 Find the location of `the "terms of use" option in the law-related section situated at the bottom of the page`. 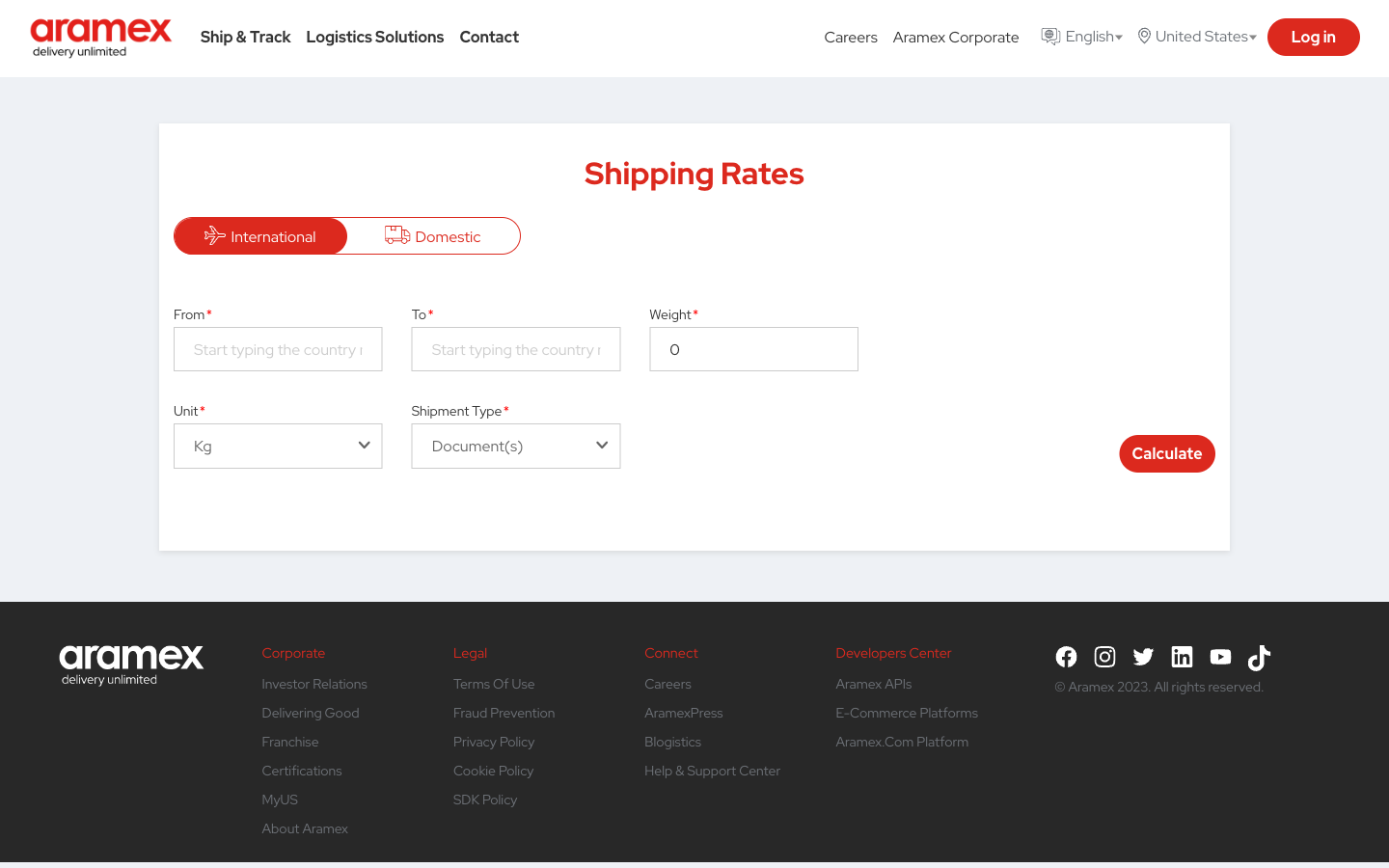

the "terms of use" option in the law-related section situated at the bottom of the page is located at coordinates (493, 683).